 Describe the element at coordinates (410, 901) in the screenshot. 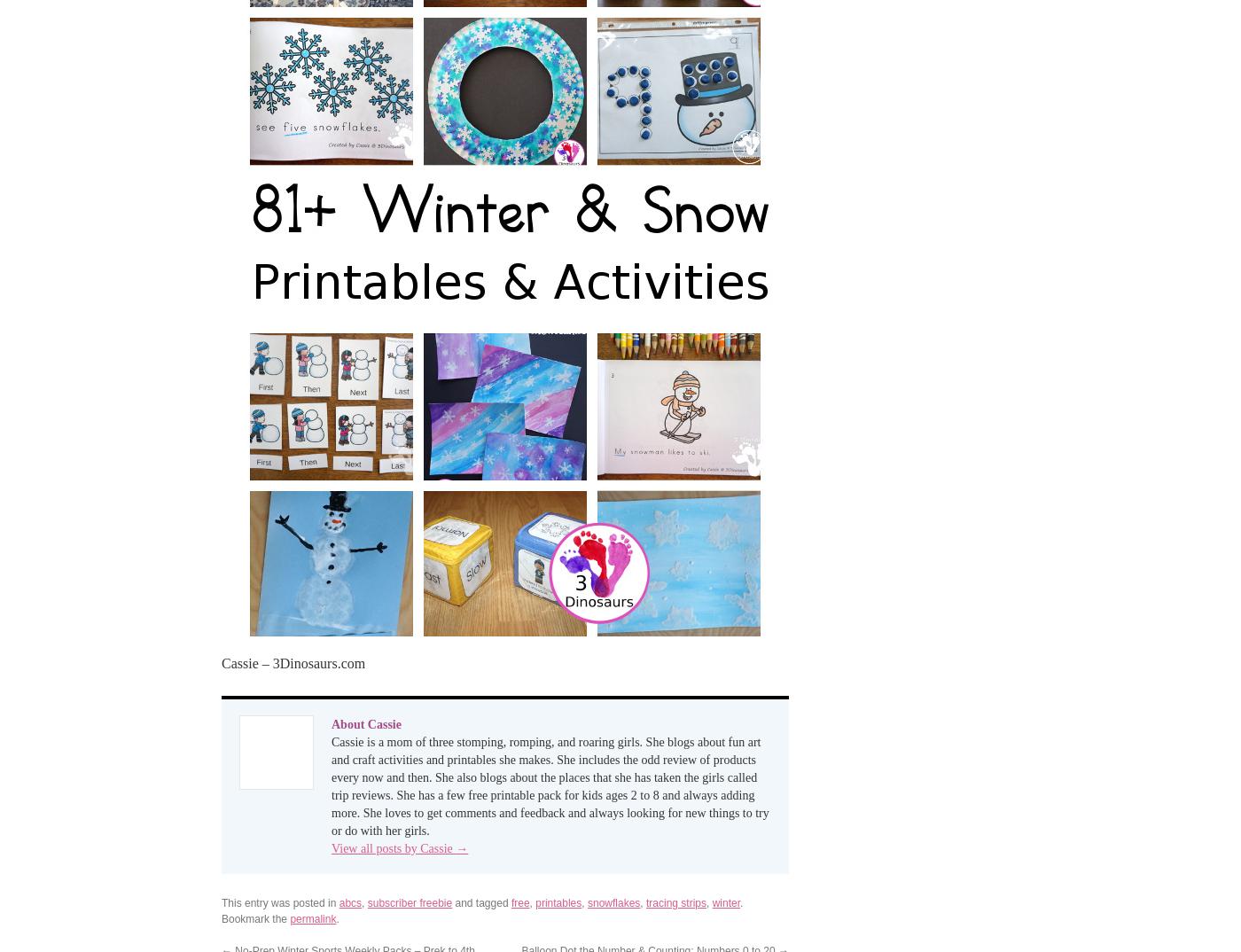

I see `'subscriber freebie'` at that location.